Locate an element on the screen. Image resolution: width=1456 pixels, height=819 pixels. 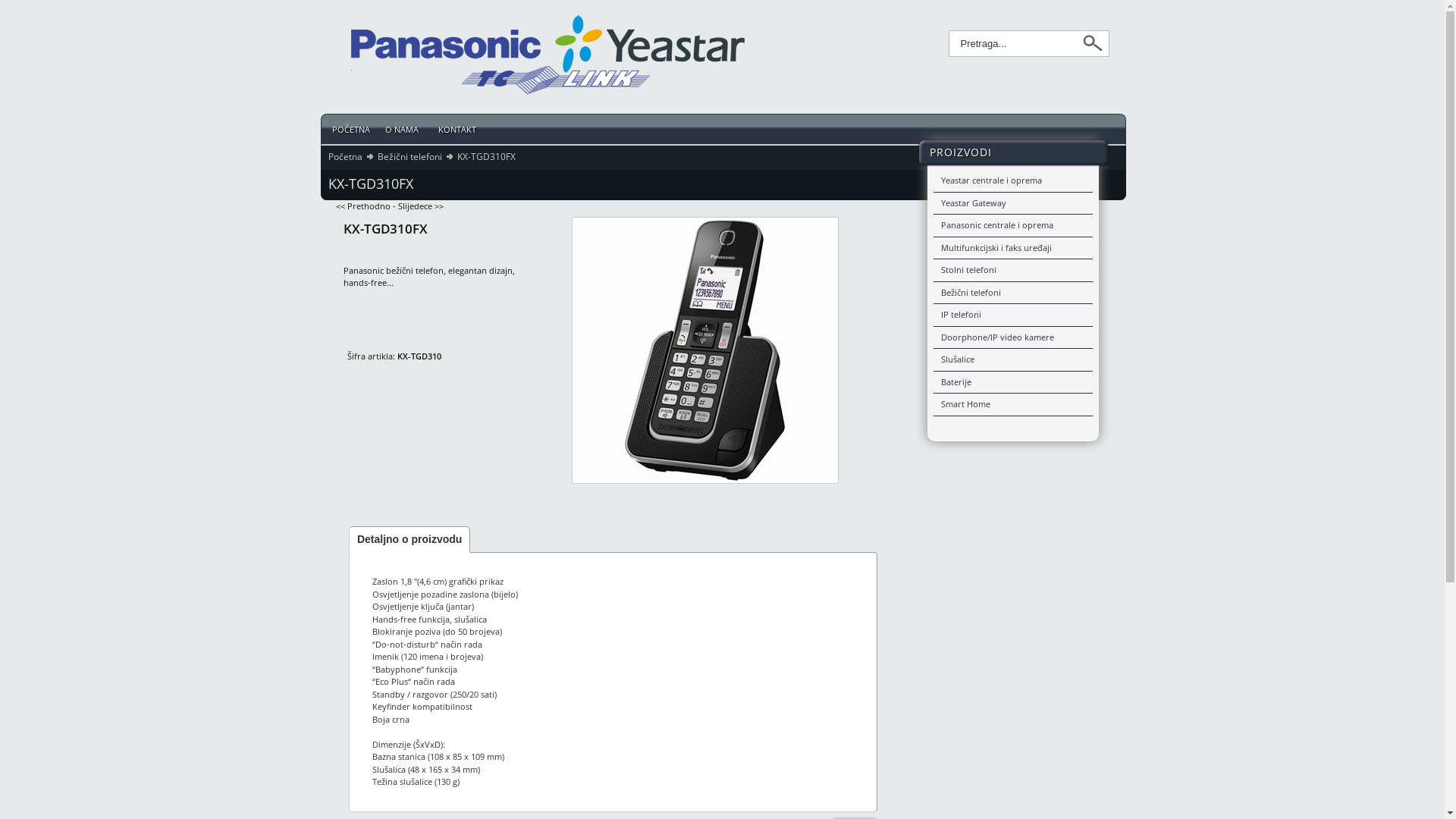
'Stolni telefoni' is located at coordinates (1012, 270).